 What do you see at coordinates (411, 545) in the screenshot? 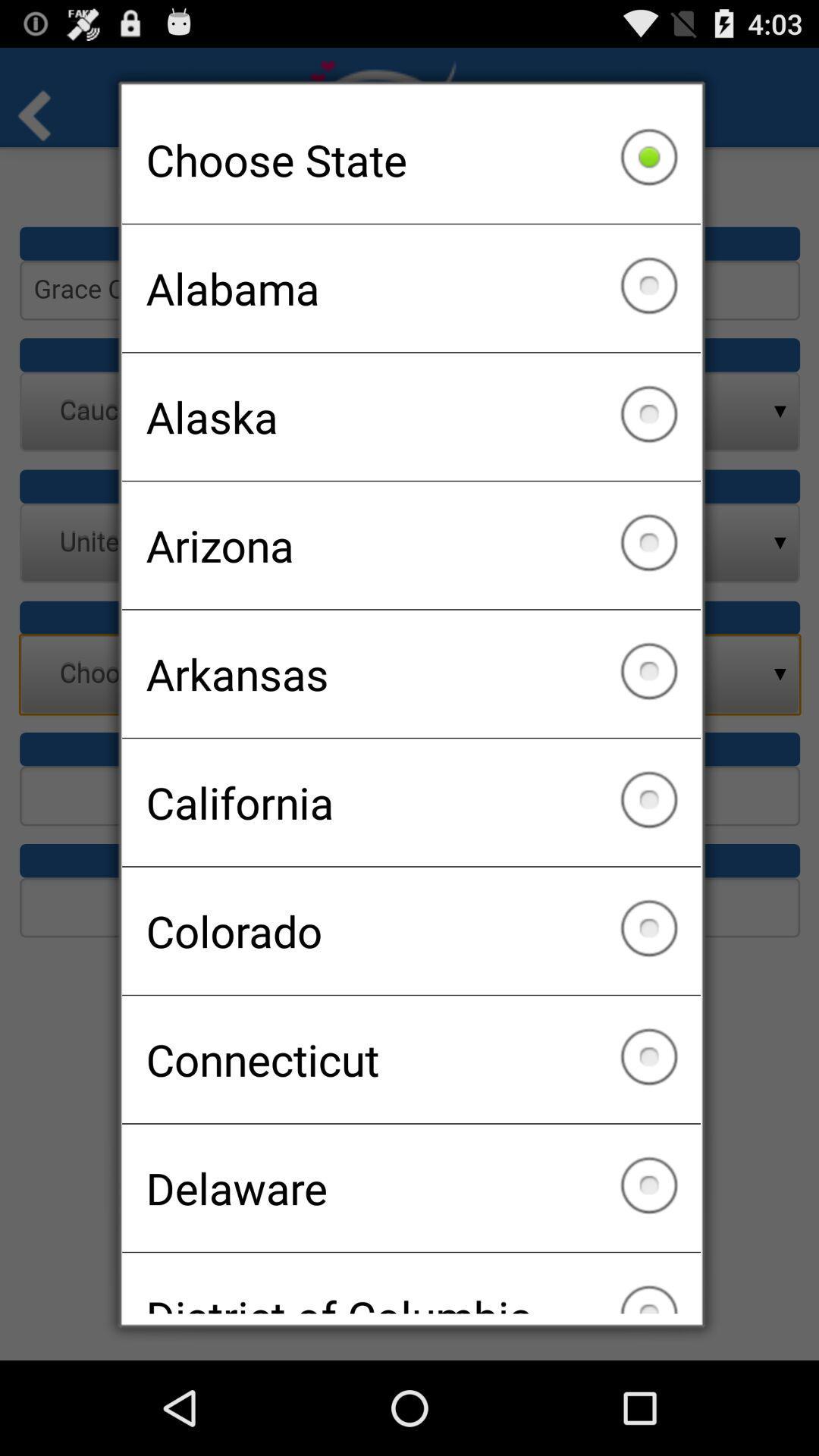
I see `the item above arkansas checkbox` at bounding box center [411, 545].